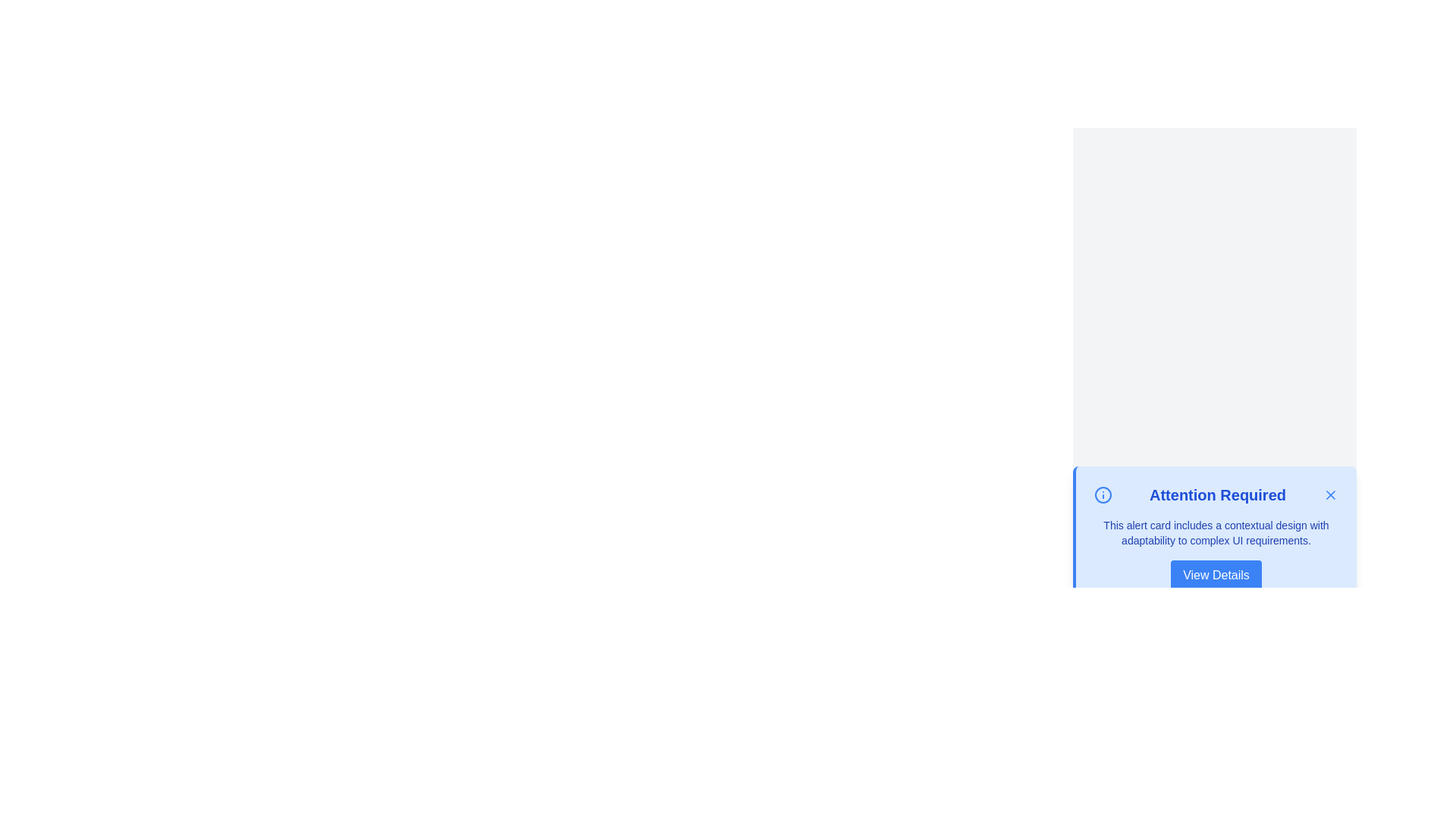  What do you see at coordinates (1330, 494) in the screenshot?
I see `the 'X' icon styled as a close button located at the far right of the header of the alert box titled 'Attention Required'` at bounding box center [1330, 494].